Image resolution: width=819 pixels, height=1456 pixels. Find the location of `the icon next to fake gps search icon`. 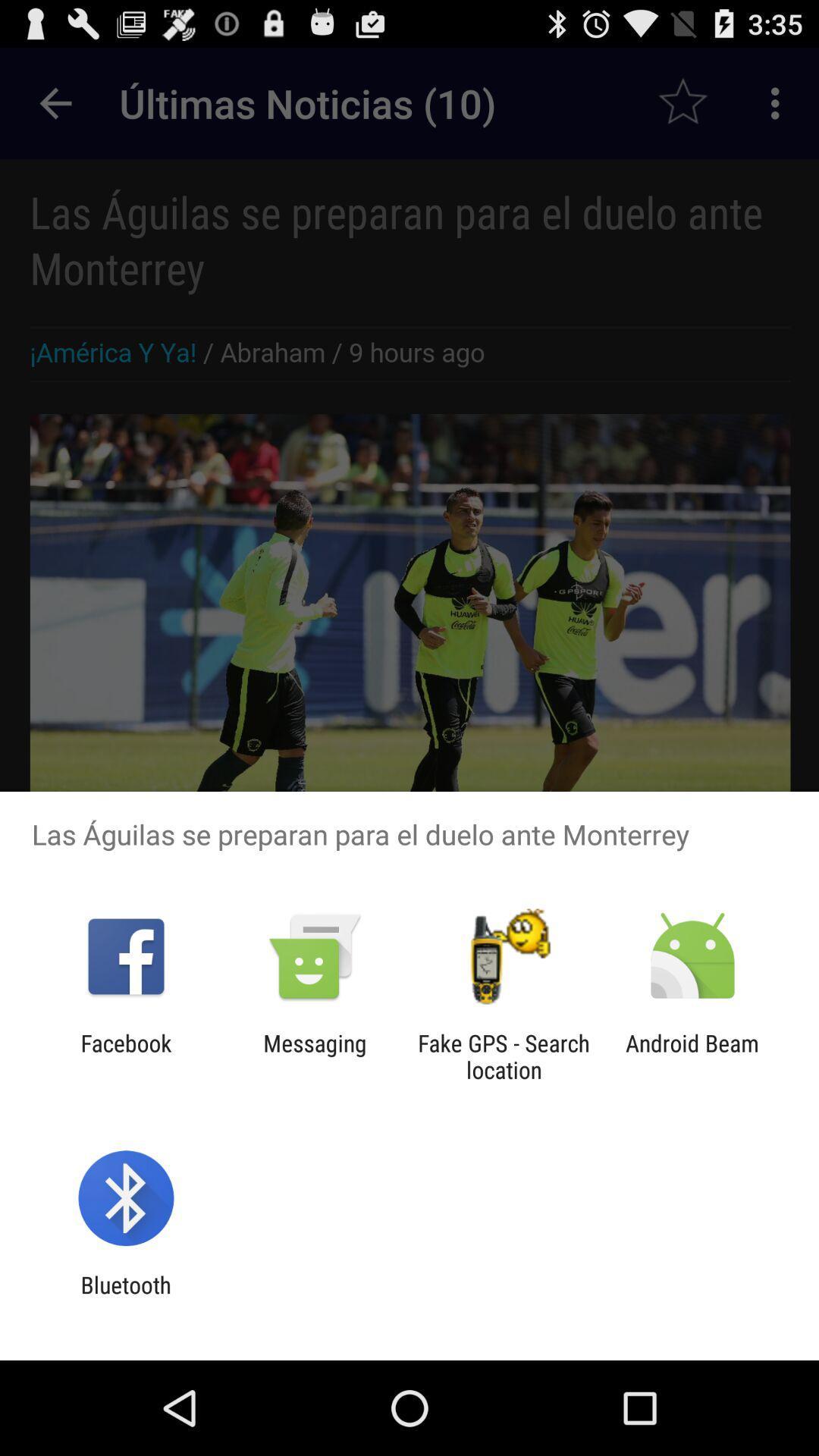

the icon next to fake gps search icon is located at coordinates (692, 1056).